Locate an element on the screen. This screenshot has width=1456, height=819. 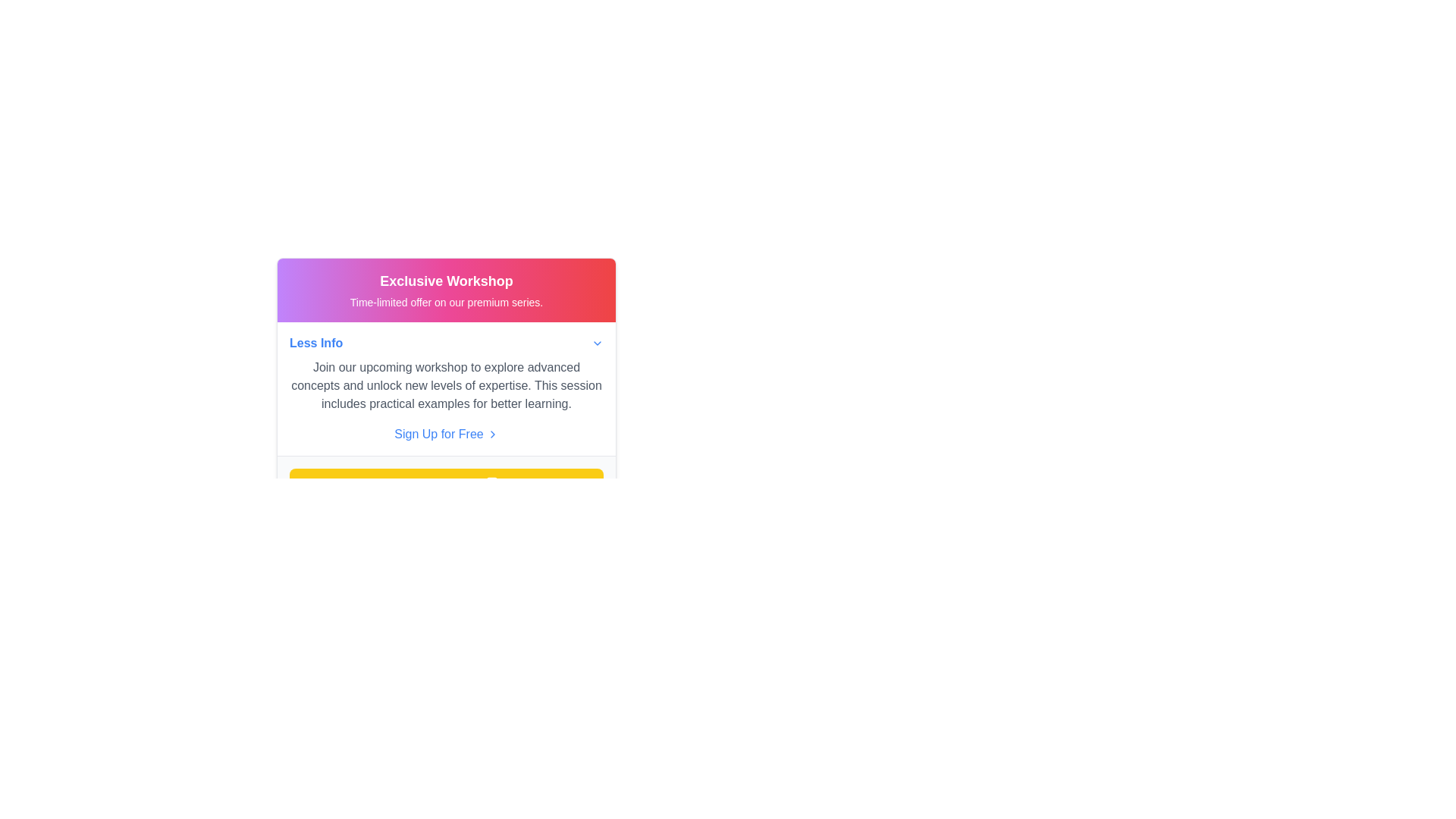
the arrow icon that indicates forward navigation next to the 'Sign Up for Free' hyperlink is located at coordinates (492, 435).